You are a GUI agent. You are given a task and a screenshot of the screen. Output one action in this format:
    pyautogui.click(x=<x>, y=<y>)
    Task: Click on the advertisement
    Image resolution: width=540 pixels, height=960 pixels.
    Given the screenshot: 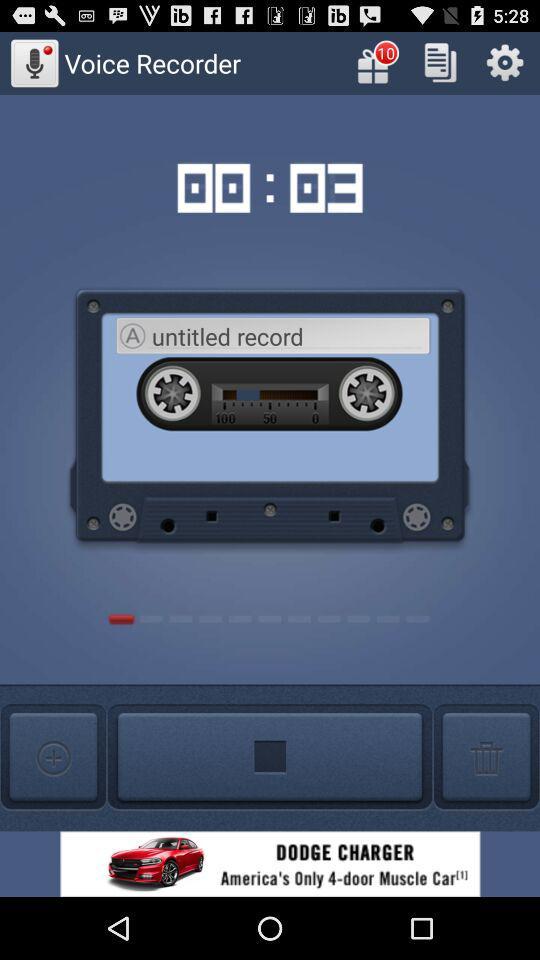 What is the action you would take?
    pyautogui.click(x=270, y=863)
    